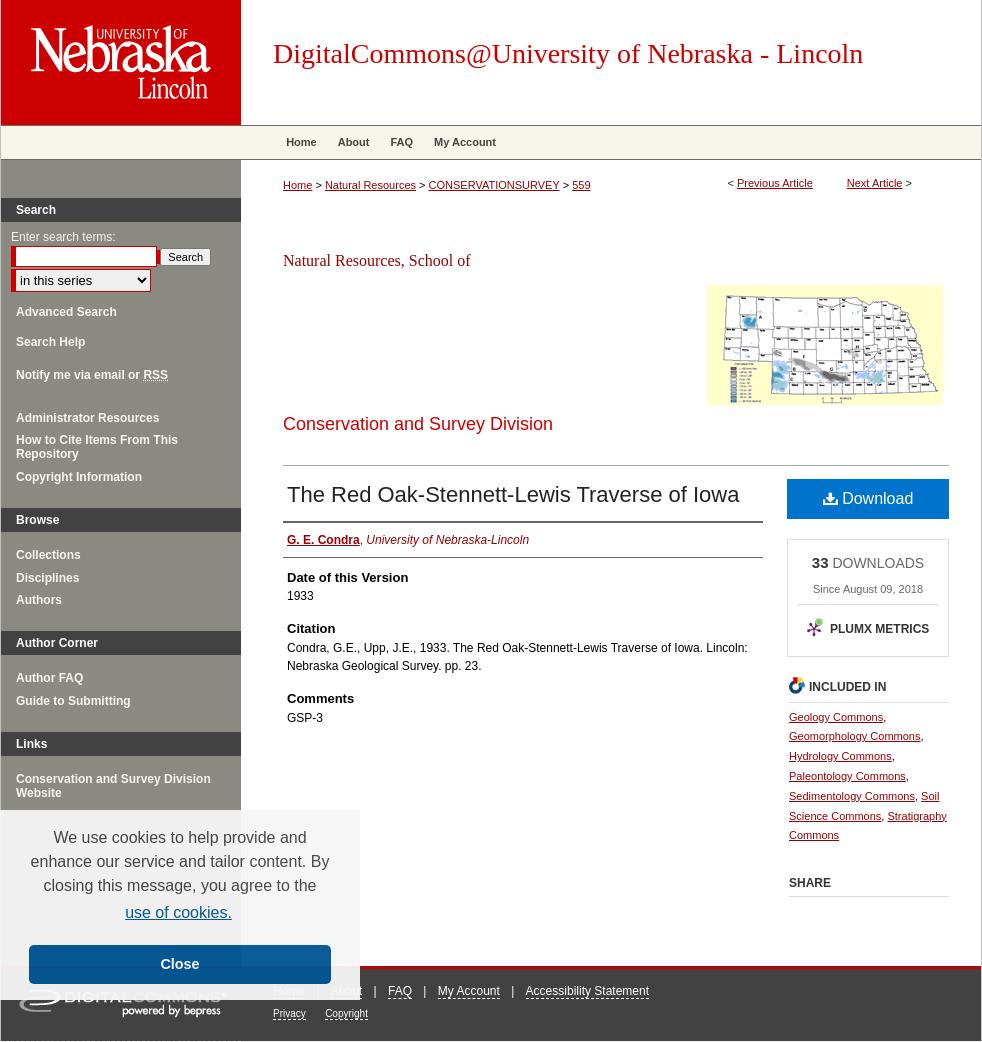  I want to click on 'Comments', so click(320, 696).